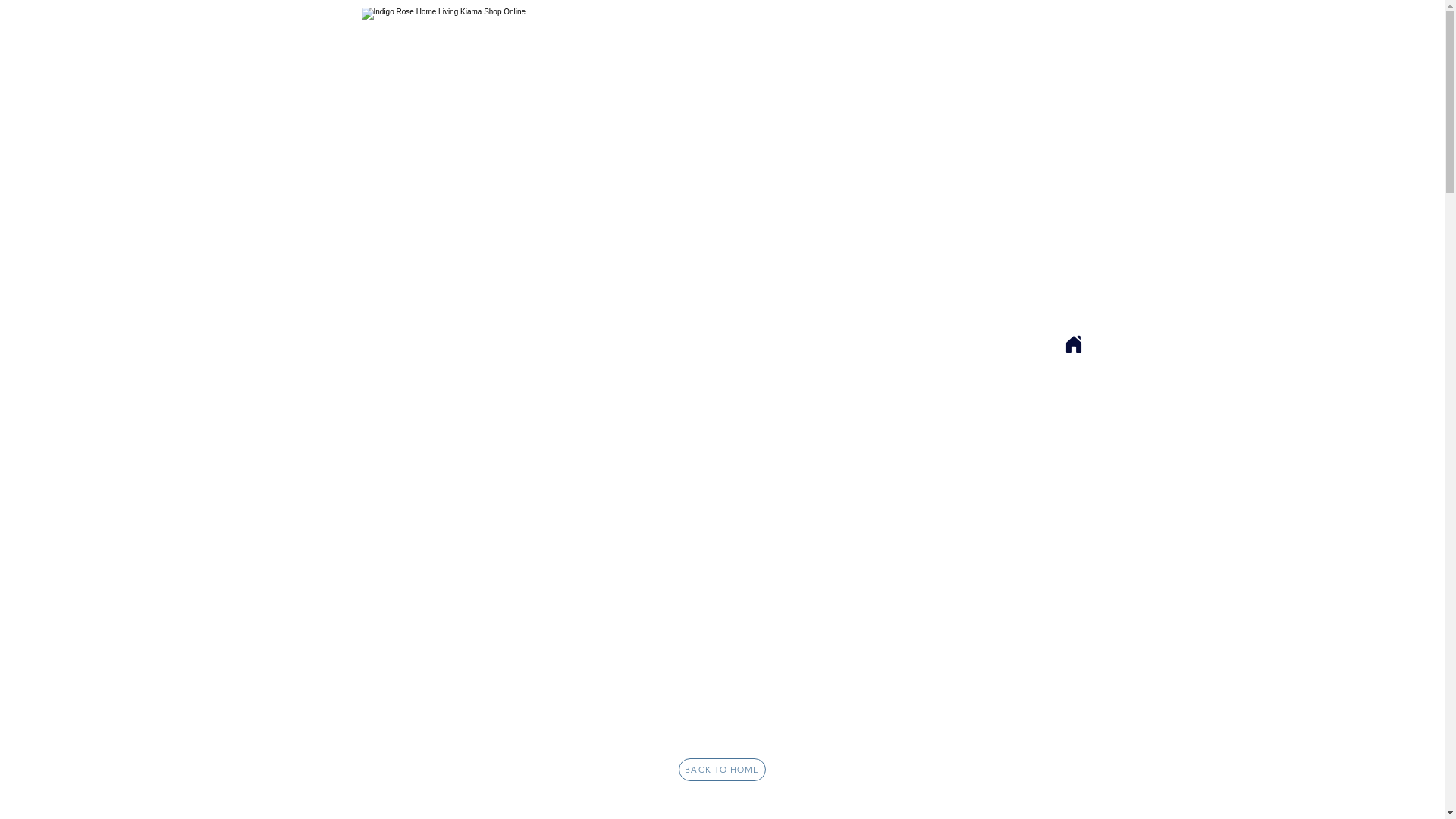  Describe the element at coordinates (721, 769) in the screenshot. I see `'BACK TO HOME'` at that location.